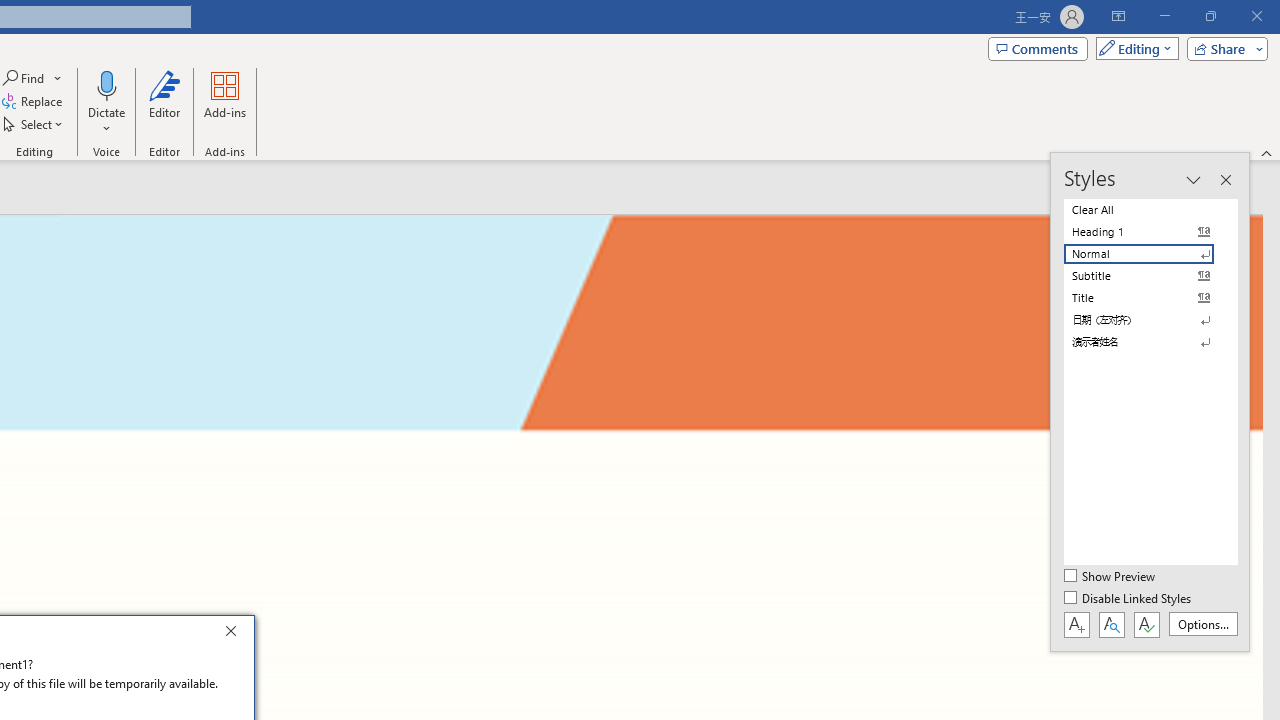  Describe the element at coordinates (1222, 47) in the screenshot. I see `'Share'` at that location.